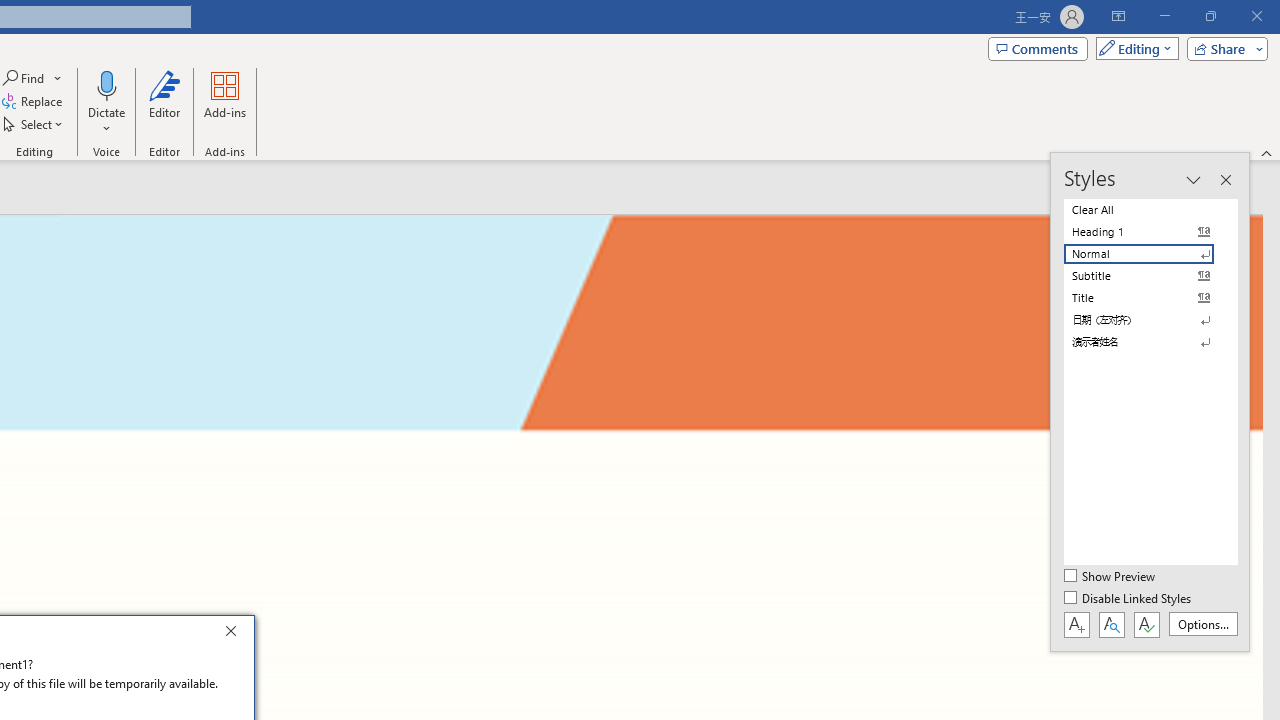  Describe the element at coordinates (1222, 47) in the screenshot. I see `'Share'` at that location.